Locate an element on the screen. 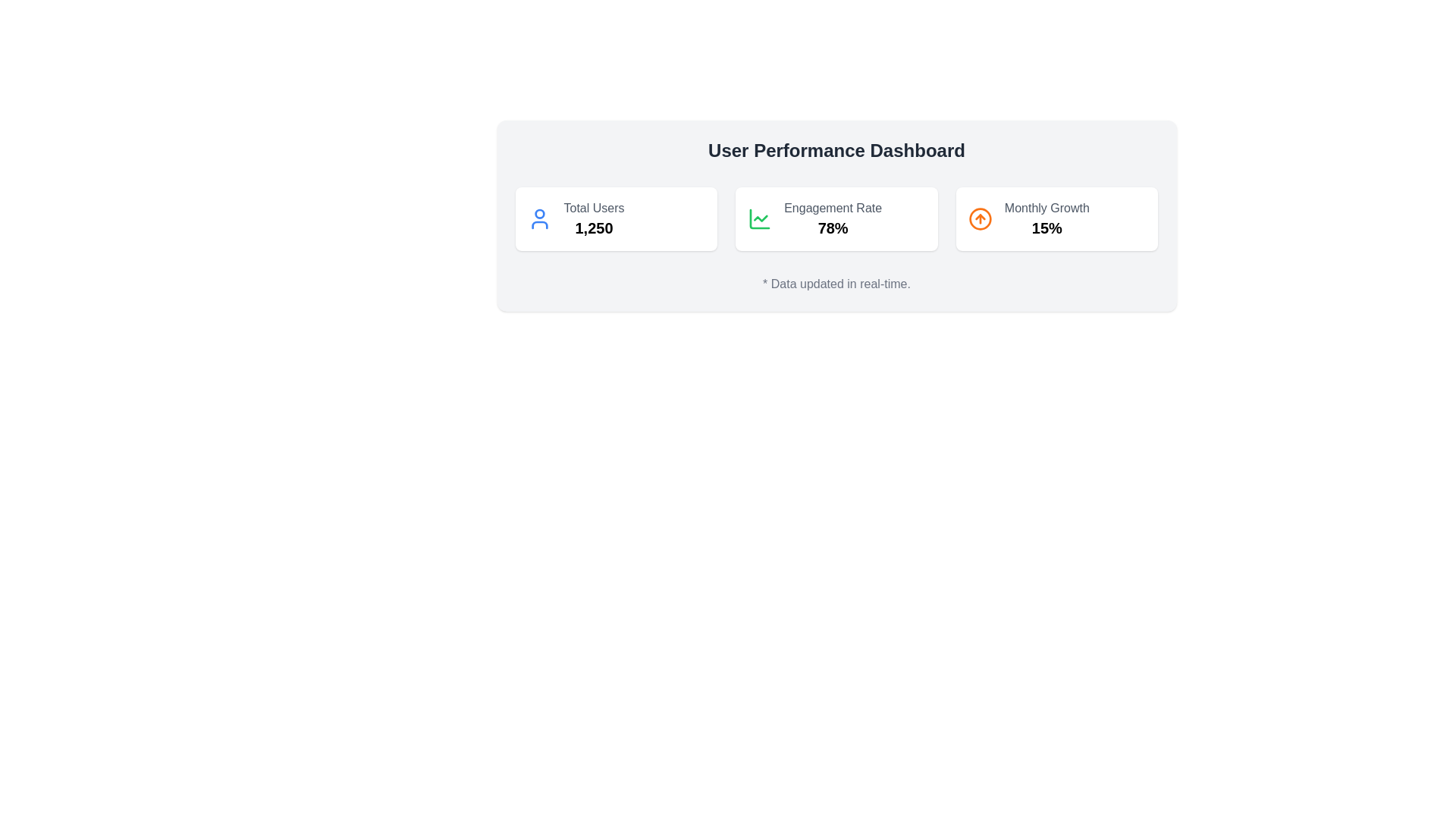 Image resolution: width=1456 pixels, height=819 pixels. text label that indicates the meaning of the numeric value ('15%') displayed below it, located in the rightmost panel of the dashboard above the '15%' text is located at coordinates (1046, 208).